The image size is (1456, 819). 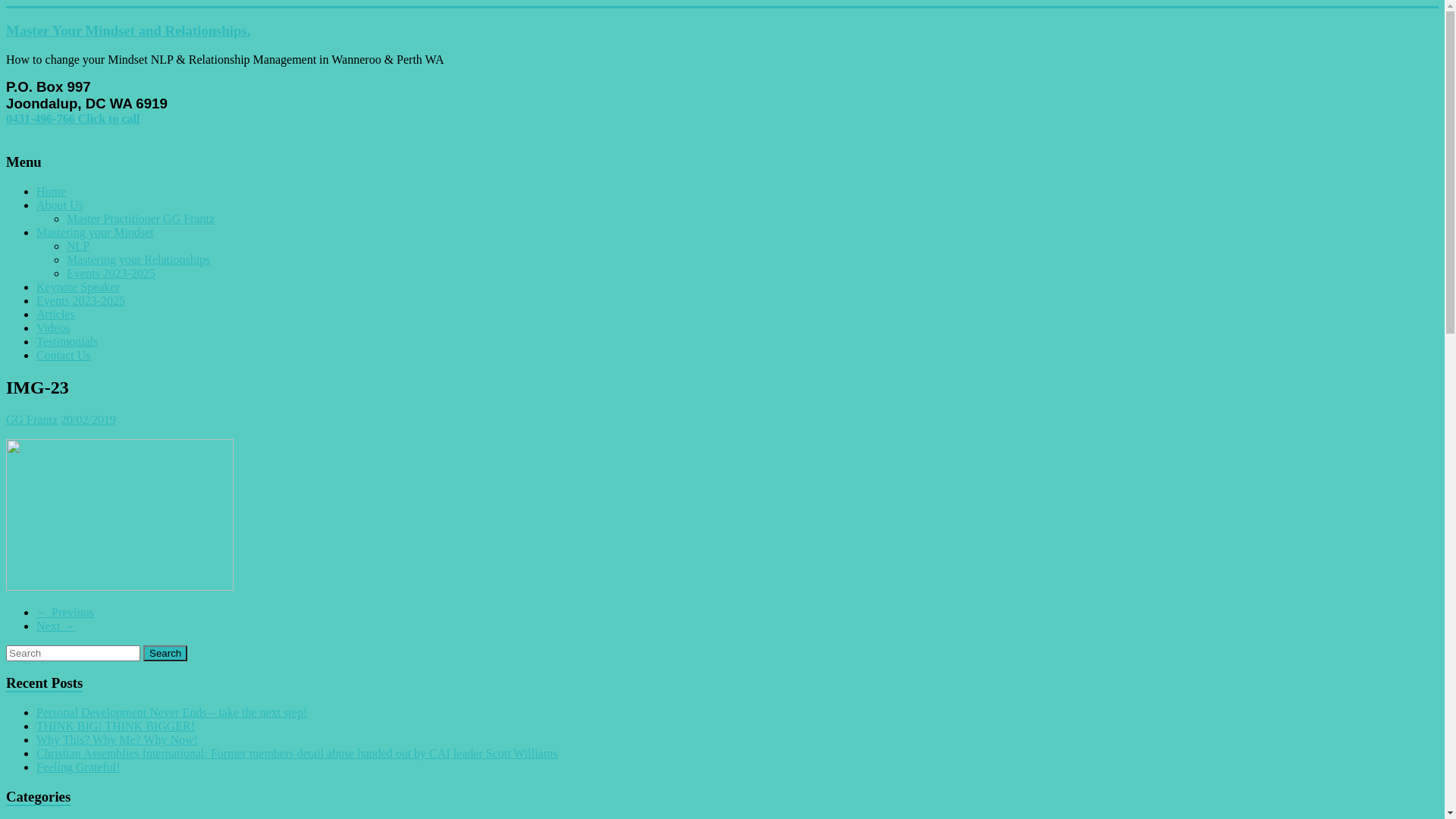 What do you see at coordinates (77, 767) in the screenshot?
I see `'Feeling Grateful!'` at bounding box center [77, 767].